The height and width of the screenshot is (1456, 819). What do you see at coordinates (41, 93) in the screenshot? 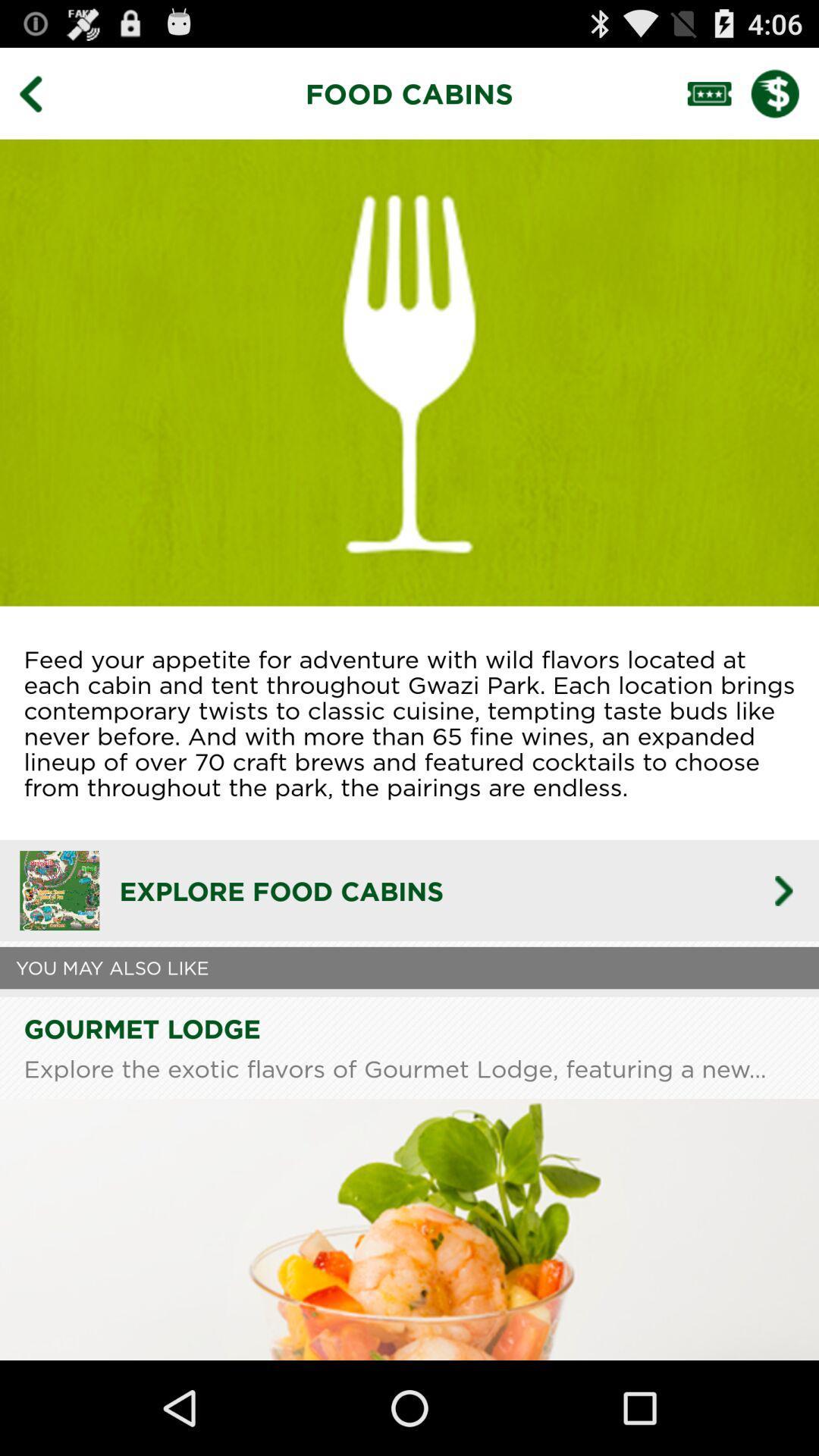
I see `icon at the top left corner` at bounding box center [41, 93].